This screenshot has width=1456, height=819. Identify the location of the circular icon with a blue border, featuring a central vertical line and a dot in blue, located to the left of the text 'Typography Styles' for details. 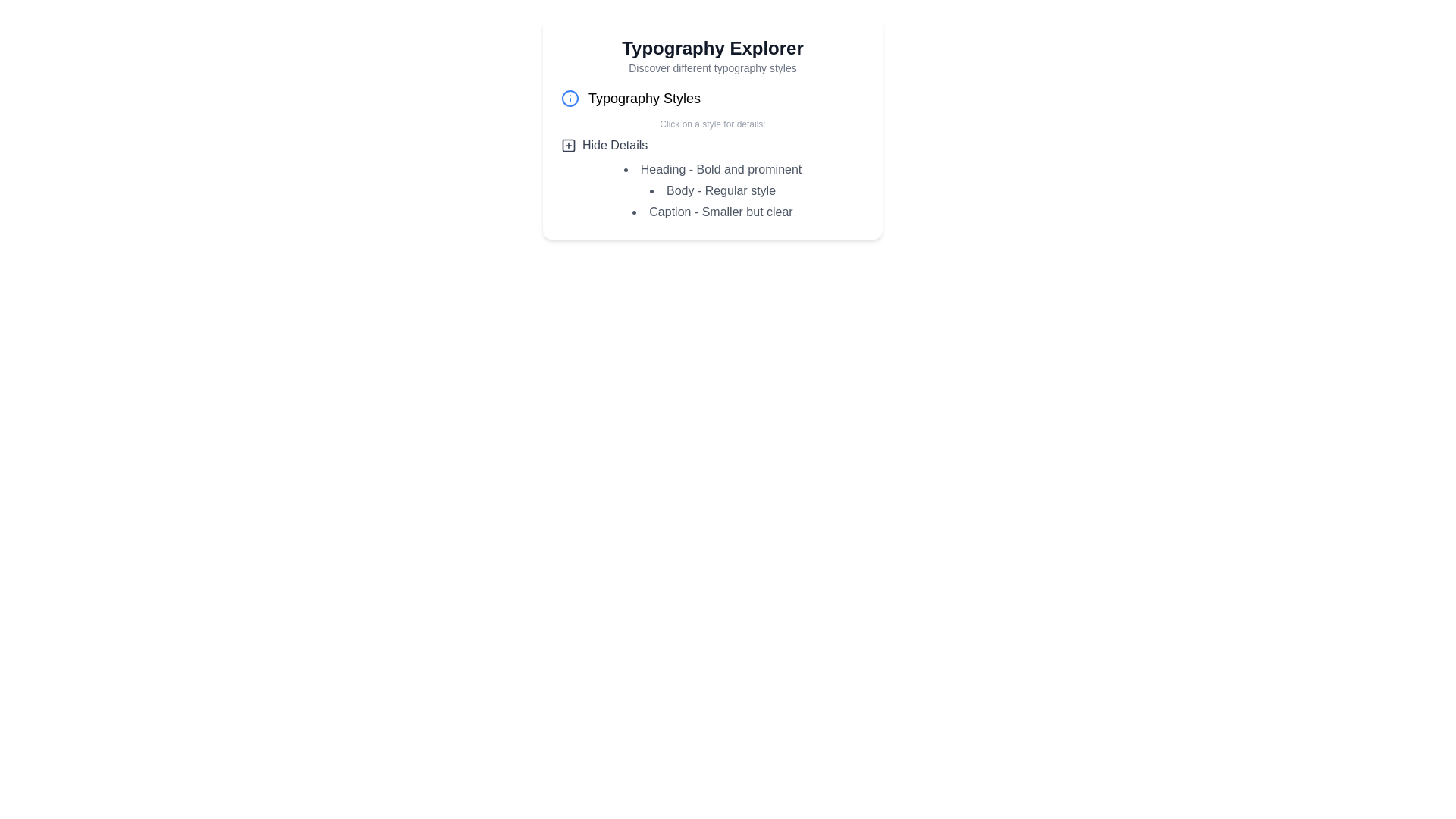
(570, 99).